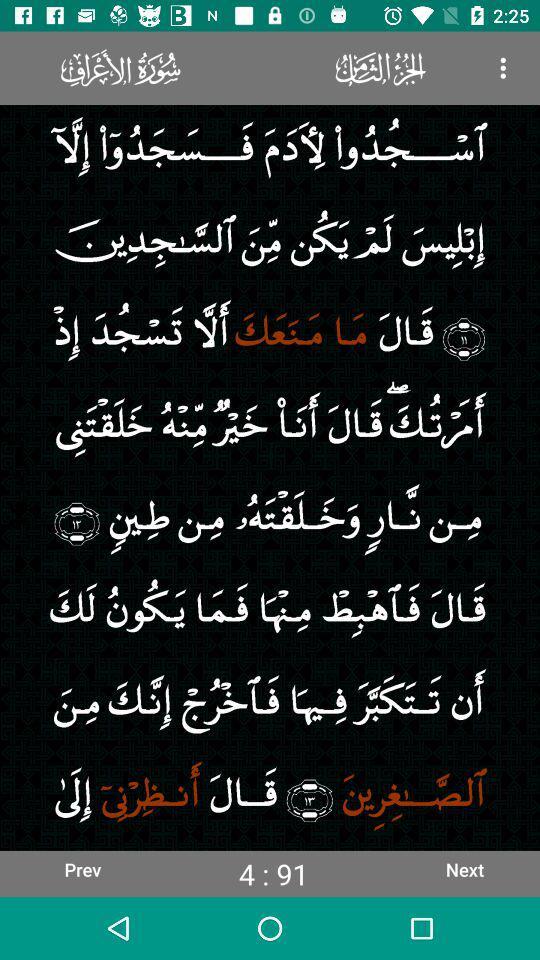 The height and width of the screenshot is (960, 540). What do you see at coordinates (464, 868) in the screenshot?
I see `the icon to the right of the 4 : 91` at bounding box center [464, 868].